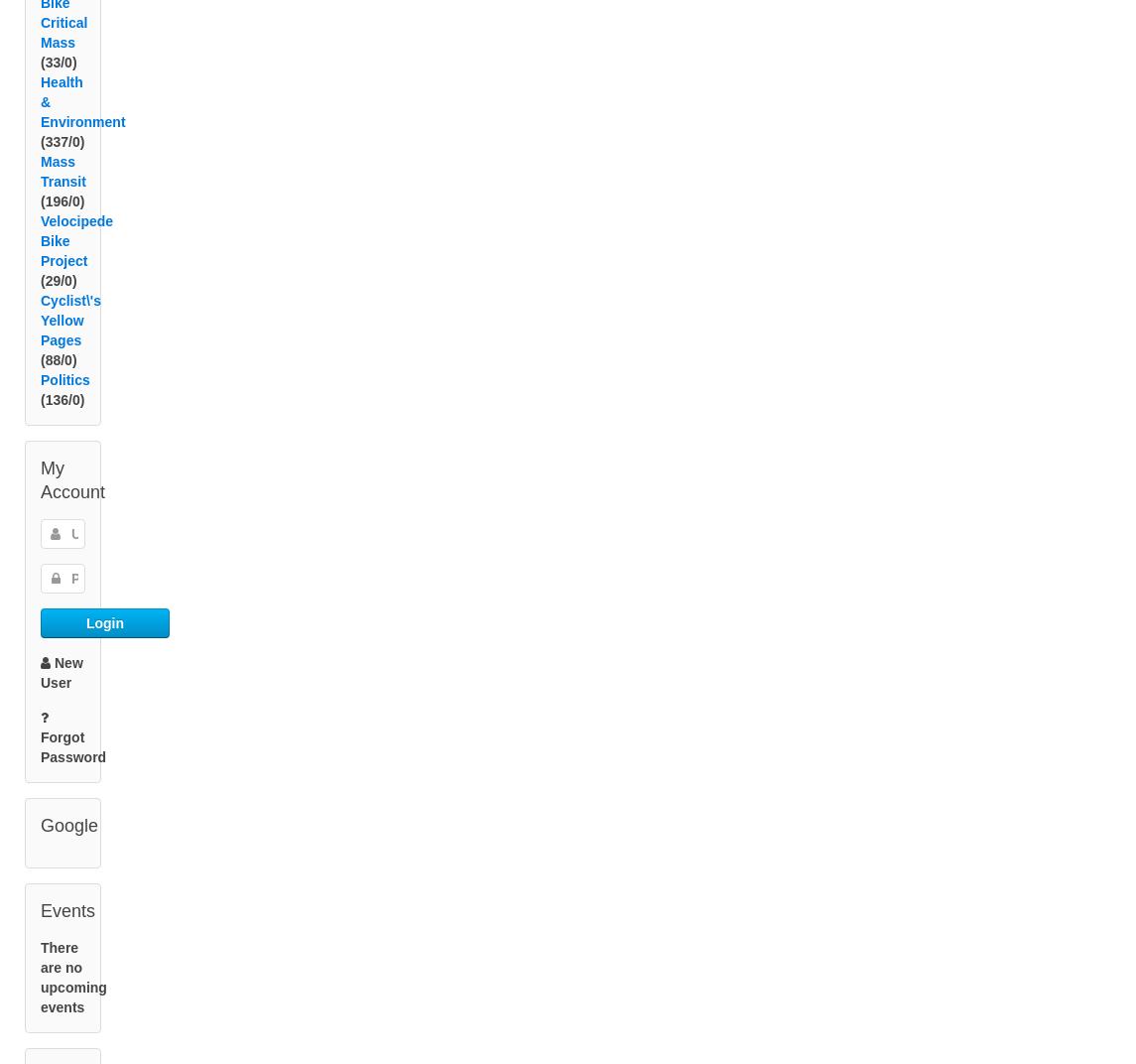 This screenshot has width=1136, height=1064. What do you see at coordinates (104, 646) in the screenshot?
I see `'Login'` at bounding box center [104, 646].